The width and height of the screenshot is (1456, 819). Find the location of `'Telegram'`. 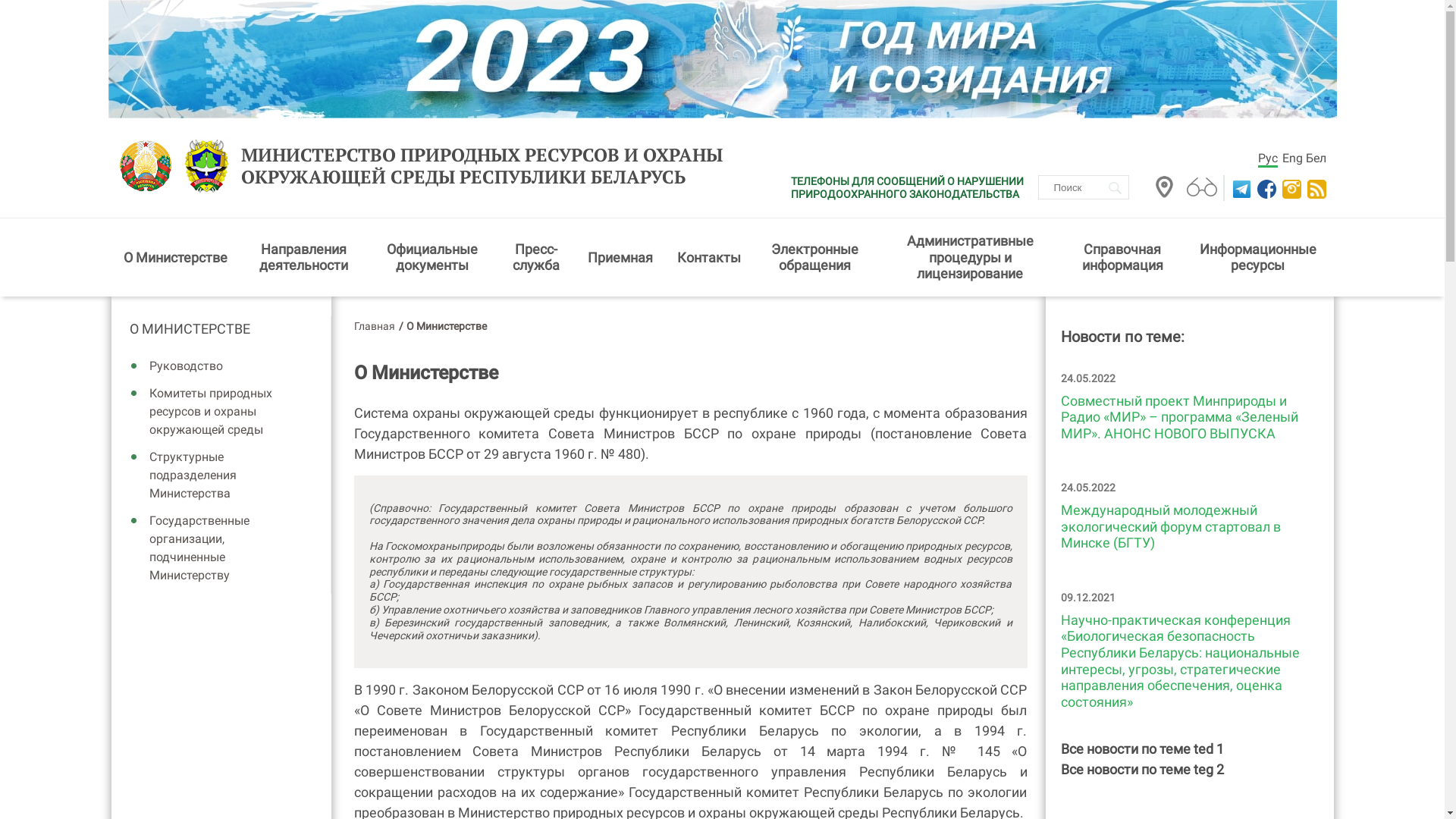

'Telegram' is located at coordinates (1228, 188).